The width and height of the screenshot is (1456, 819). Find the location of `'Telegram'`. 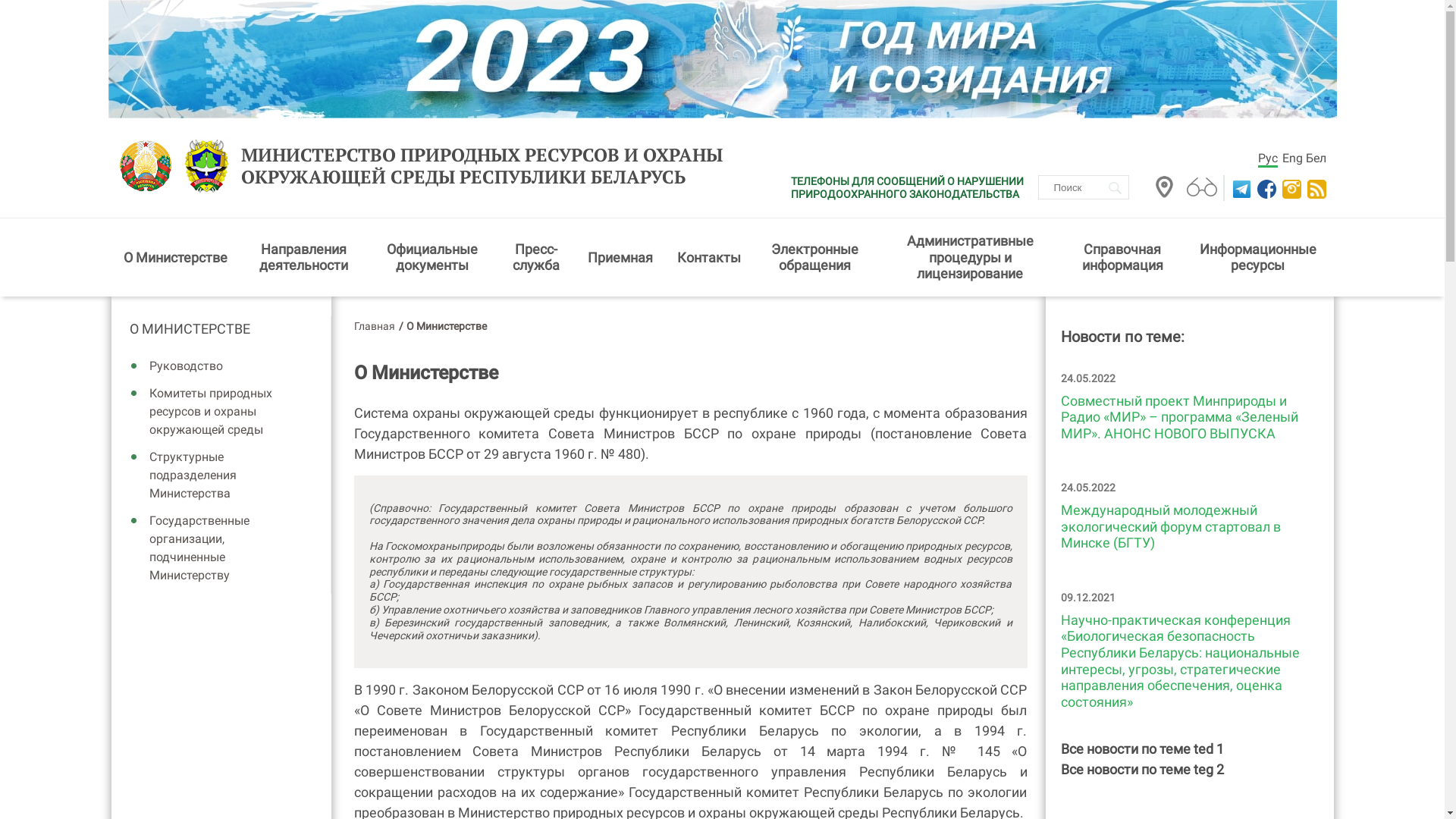

'Telegram' is located at coordinates (1228, 188).